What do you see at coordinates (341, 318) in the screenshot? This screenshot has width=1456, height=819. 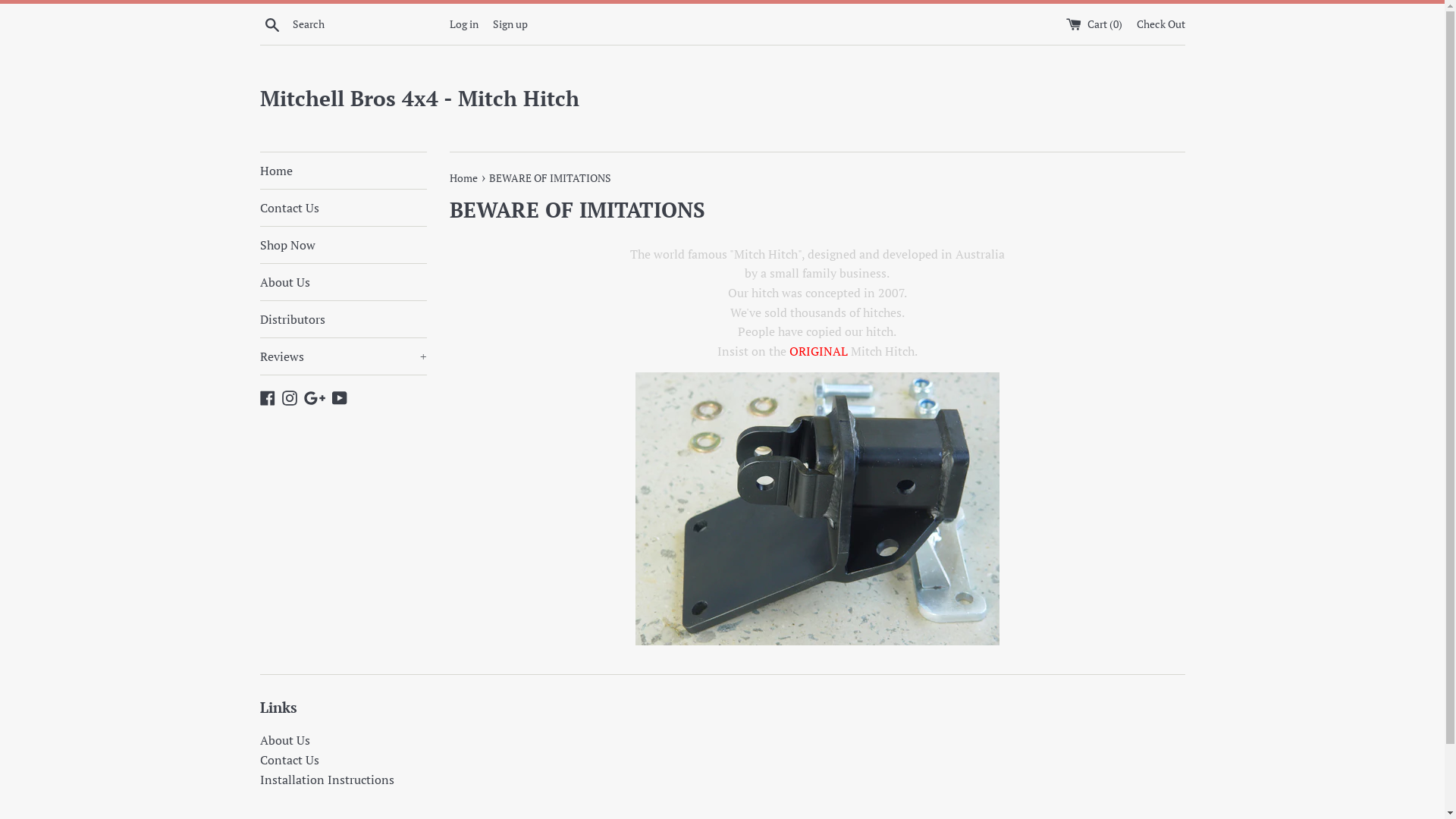 I see `'Distributors'` at bounding box center [341, 318].